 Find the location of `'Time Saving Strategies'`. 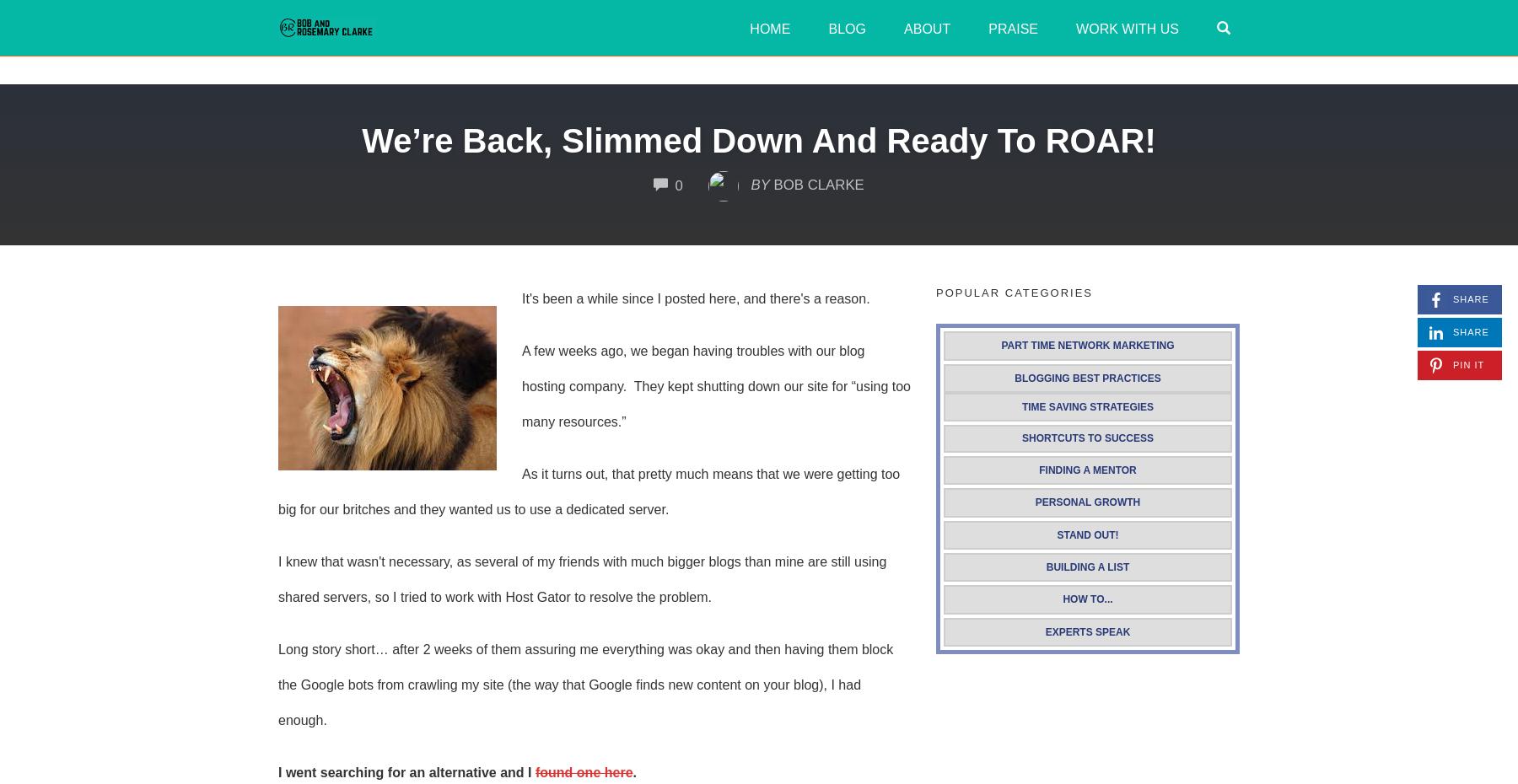

'Time Saving Strategies' is located at coordinates (1020, 406).